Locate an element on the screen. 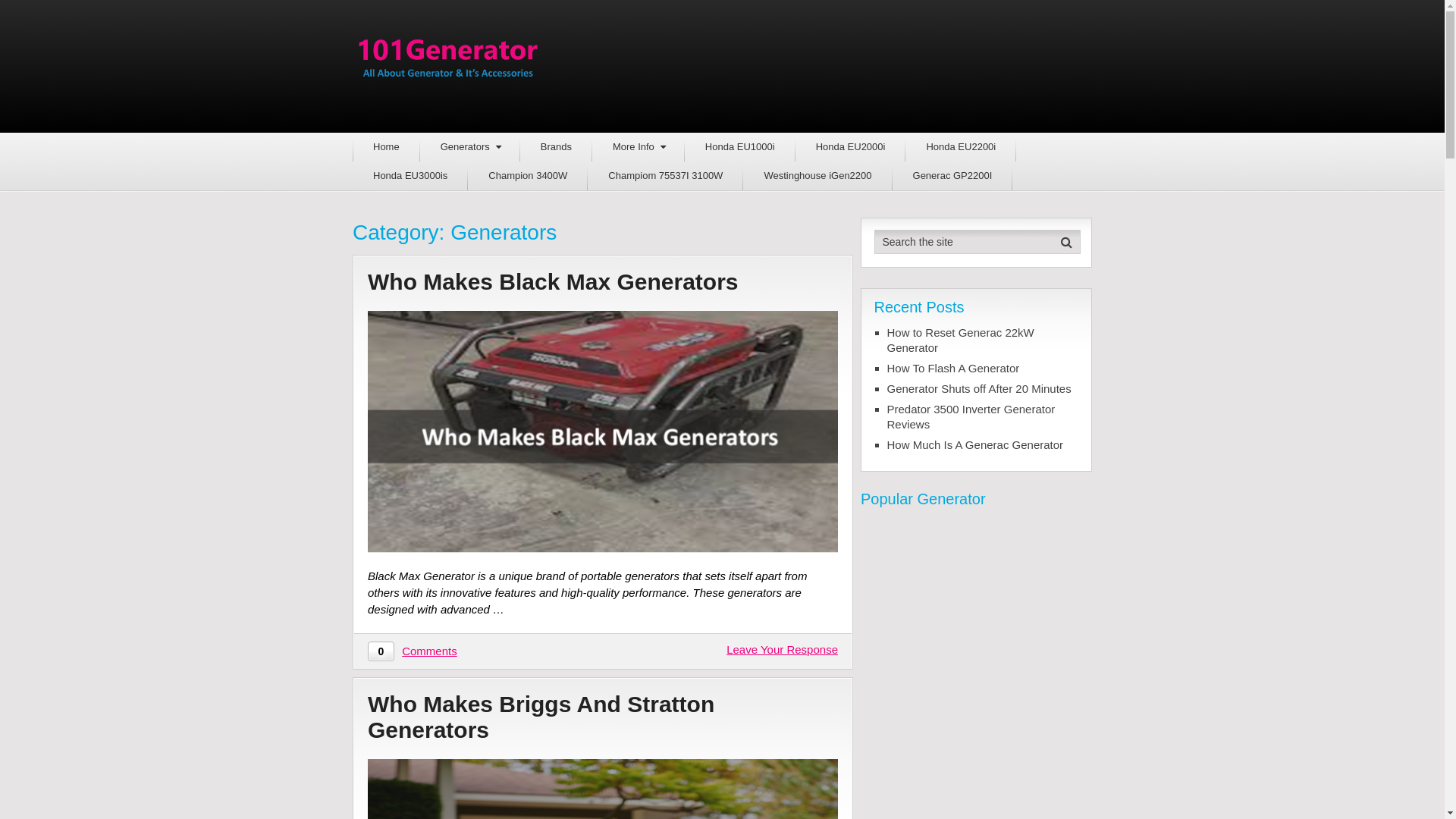 The height and width of the screenshot is (819, 1456). 'Generator Shuts off After 20 Minutes' is located at coordinates (983, 388).